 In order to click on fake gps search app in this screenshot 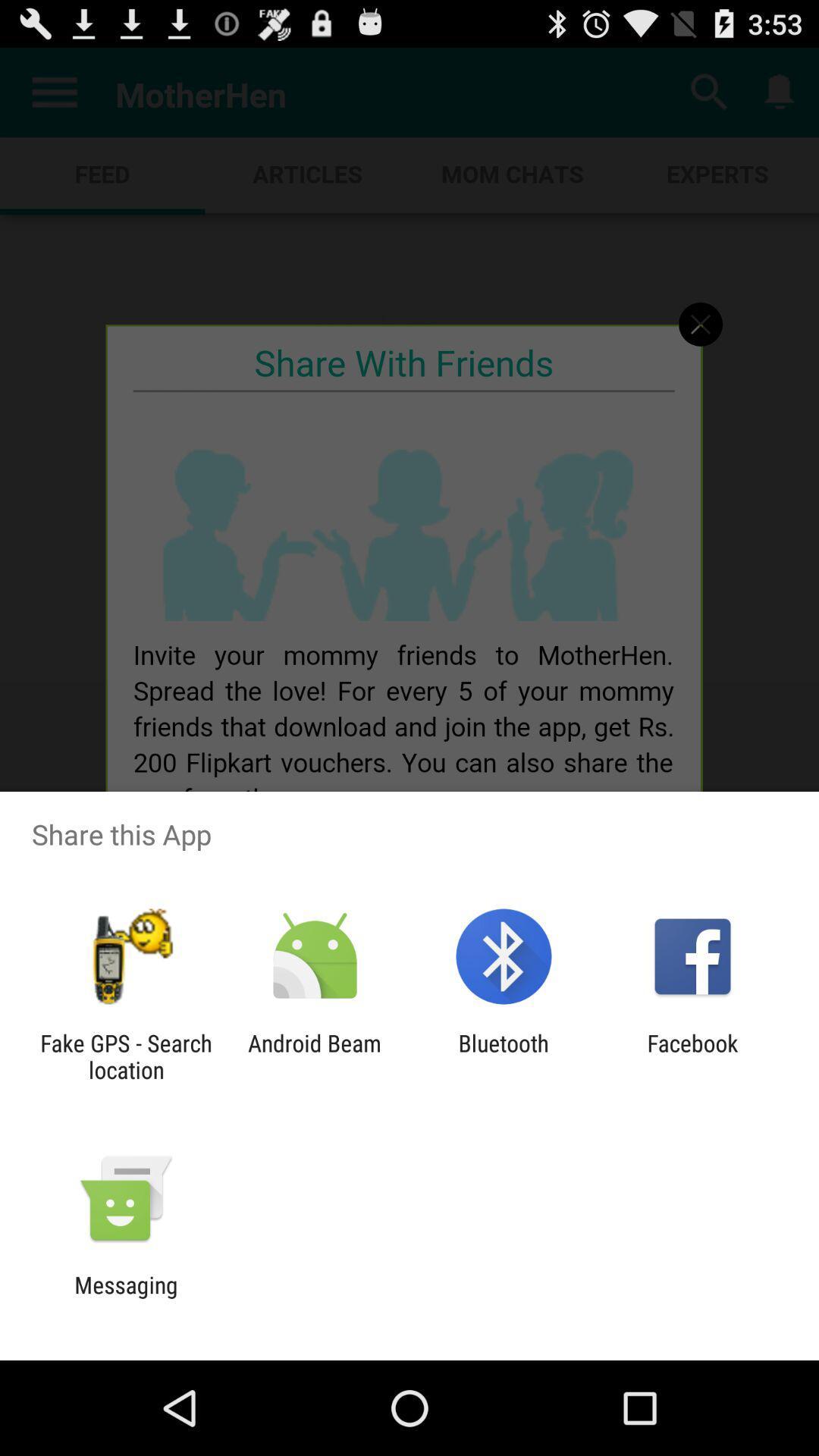, I will do `click(125, 1056)`.